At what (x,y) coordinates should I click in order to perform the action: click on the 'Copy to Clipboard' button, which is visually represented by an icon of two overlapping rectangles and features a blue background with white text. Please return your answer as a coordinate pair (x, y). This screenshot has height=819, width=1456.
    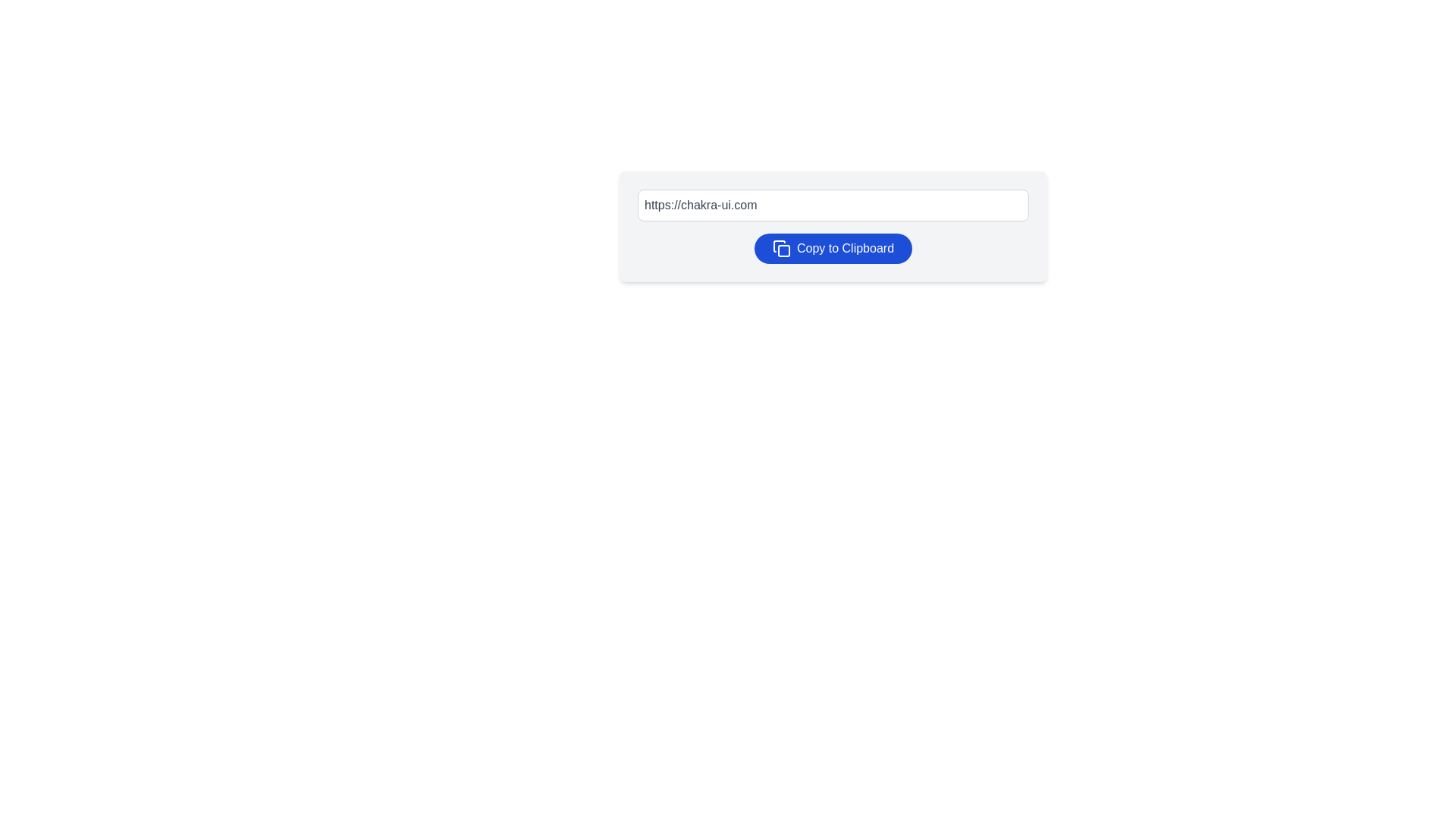
    Looking at the image, I should click on (833, 247).